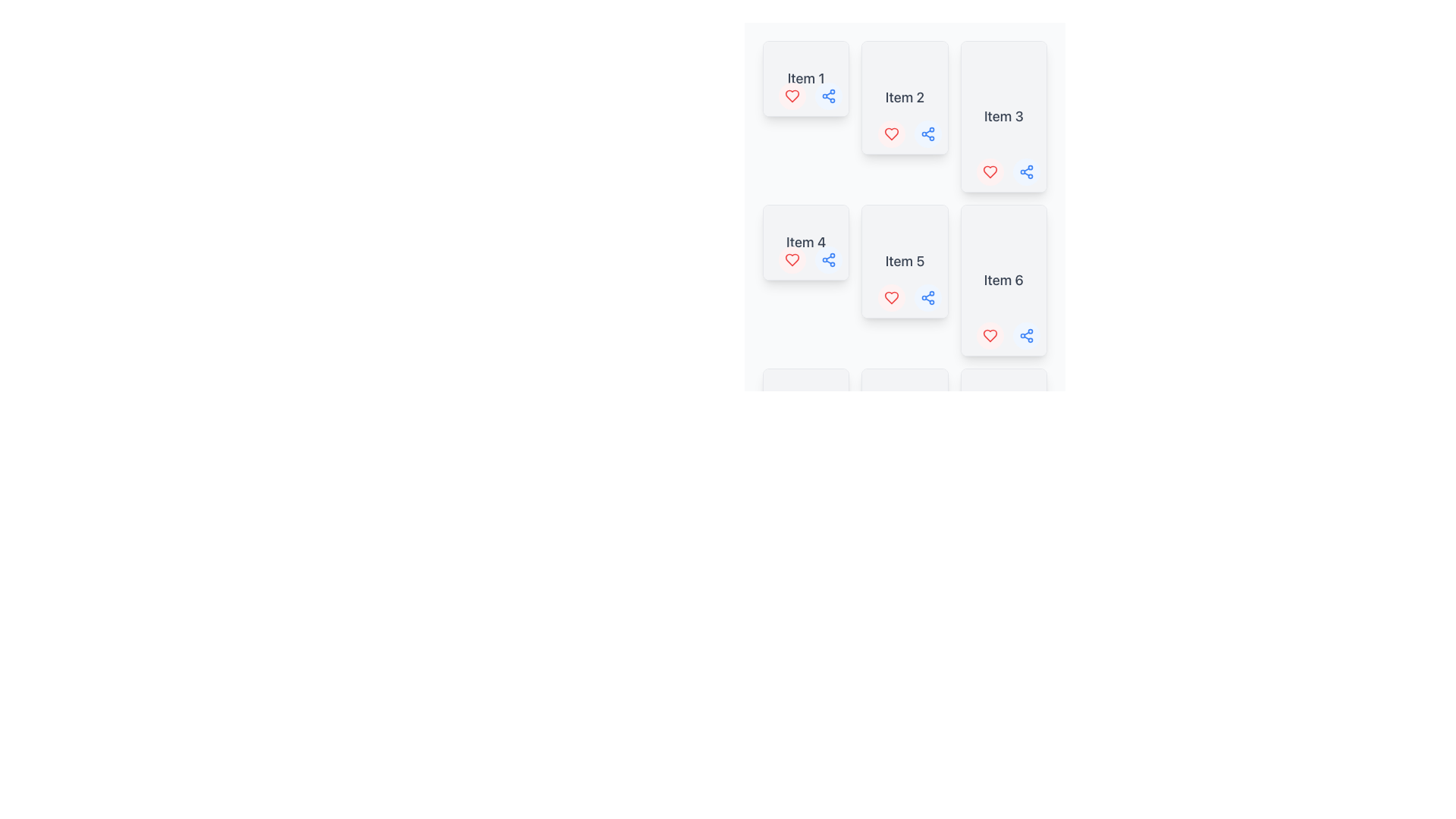 The image size is (1456, 819). What do you see at coordinates (810, 259) in the screenshot?
I see `the heart button on the 'Item 4' card located in the bottom-right corner to like the item` at bounding box center [810, 259].